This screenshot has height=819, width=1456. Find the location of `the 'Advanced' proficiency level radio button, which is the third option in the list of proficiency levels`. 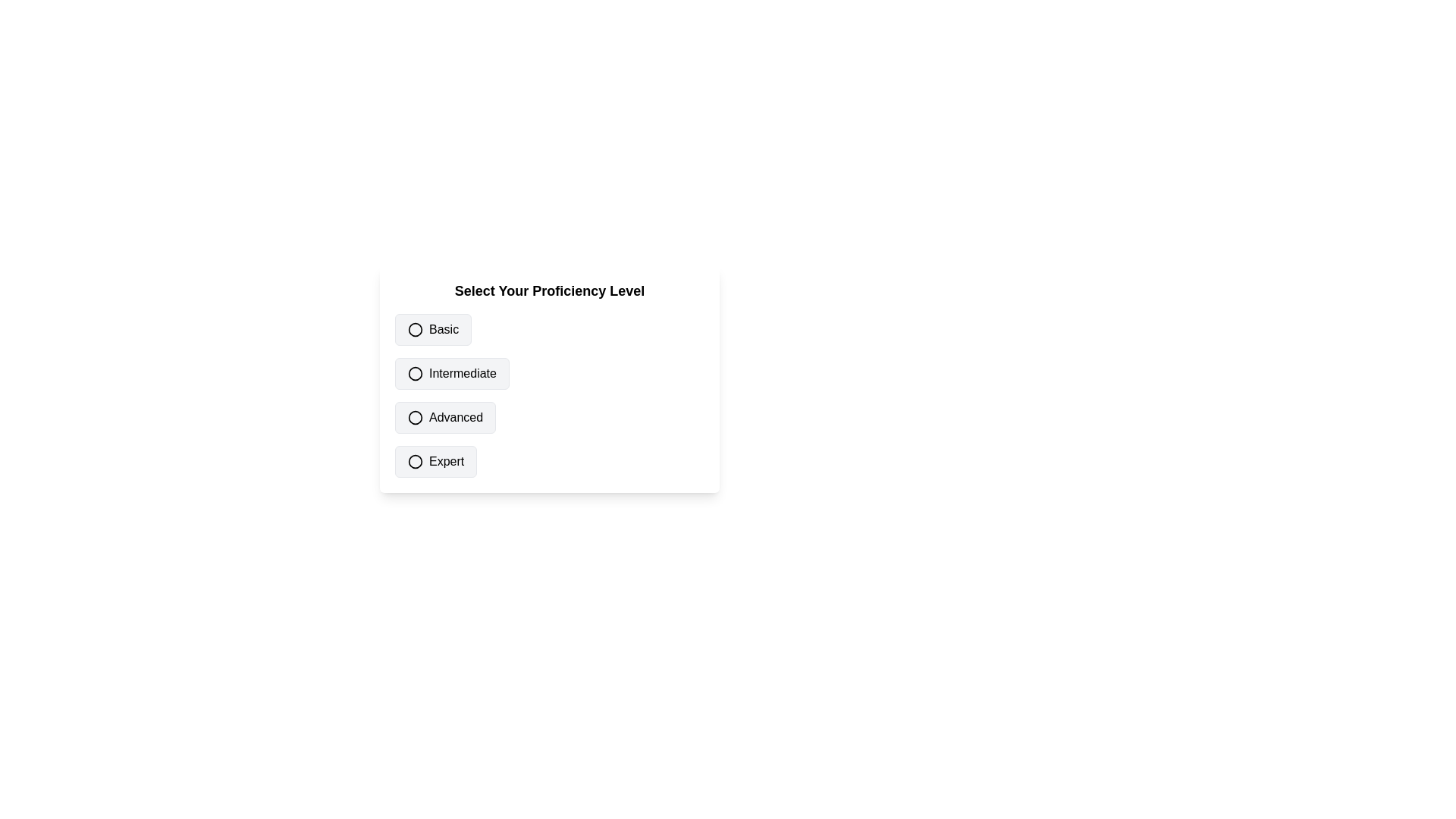

the 'Advanced' proficiency level radio button, which is the third option in the list of proficiency levels is located at coordinates (548, 418).